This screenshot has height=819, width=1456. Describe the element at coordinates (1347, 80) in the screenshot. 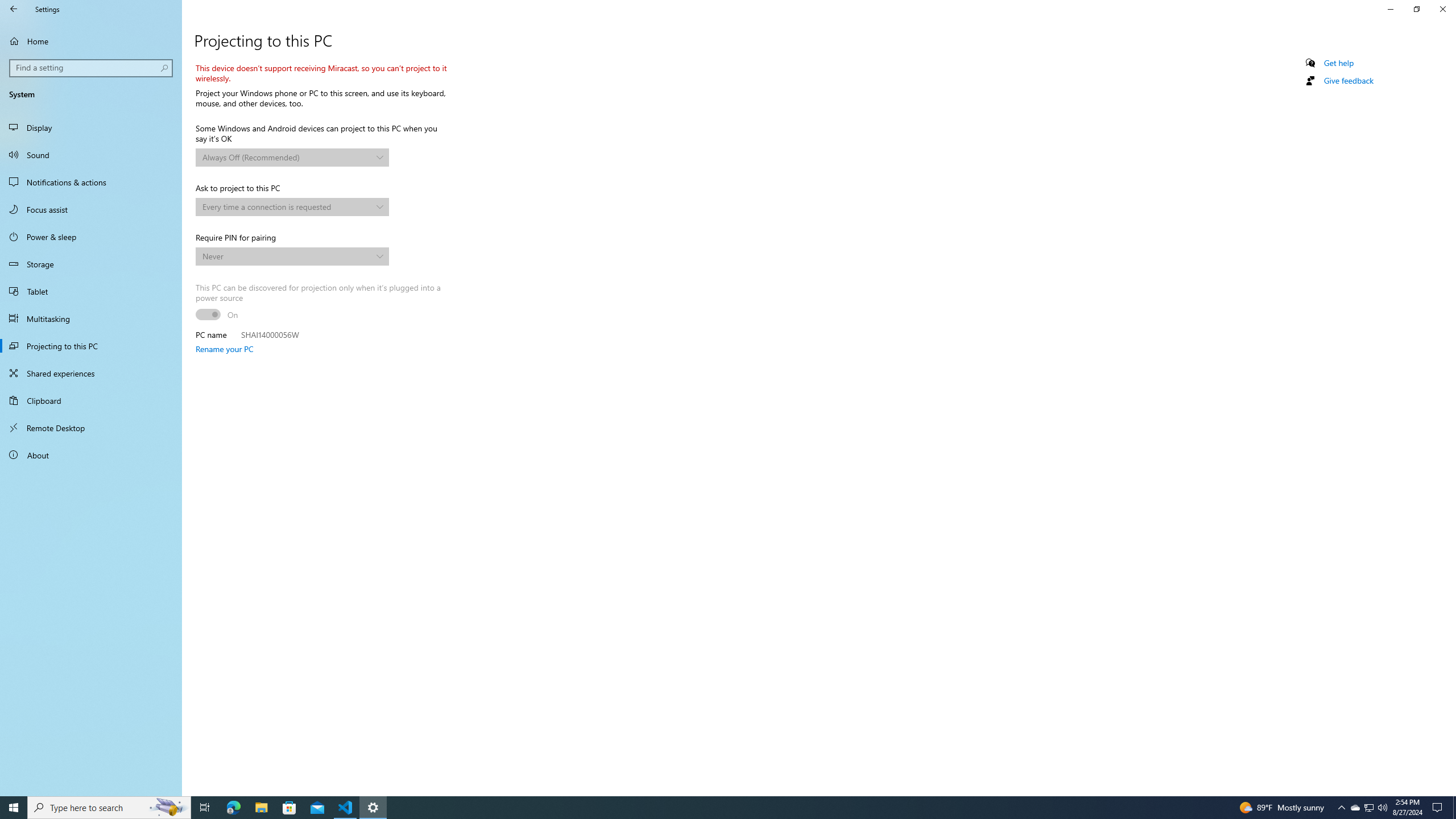

I see `'Give feedback'` at that location.